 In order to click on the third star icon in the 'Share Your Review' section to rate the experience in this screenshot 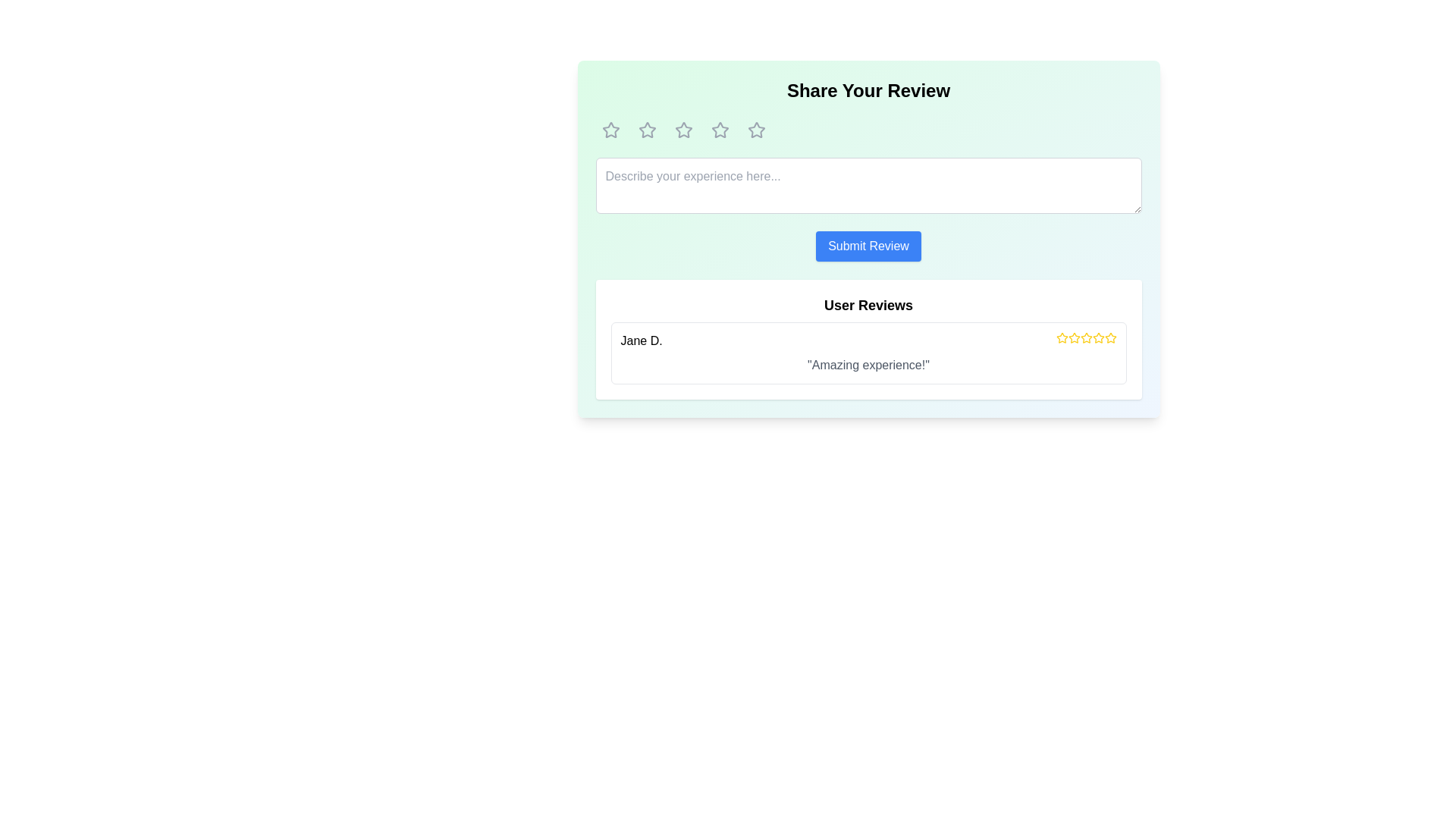, I will do `click(682, 130)`.